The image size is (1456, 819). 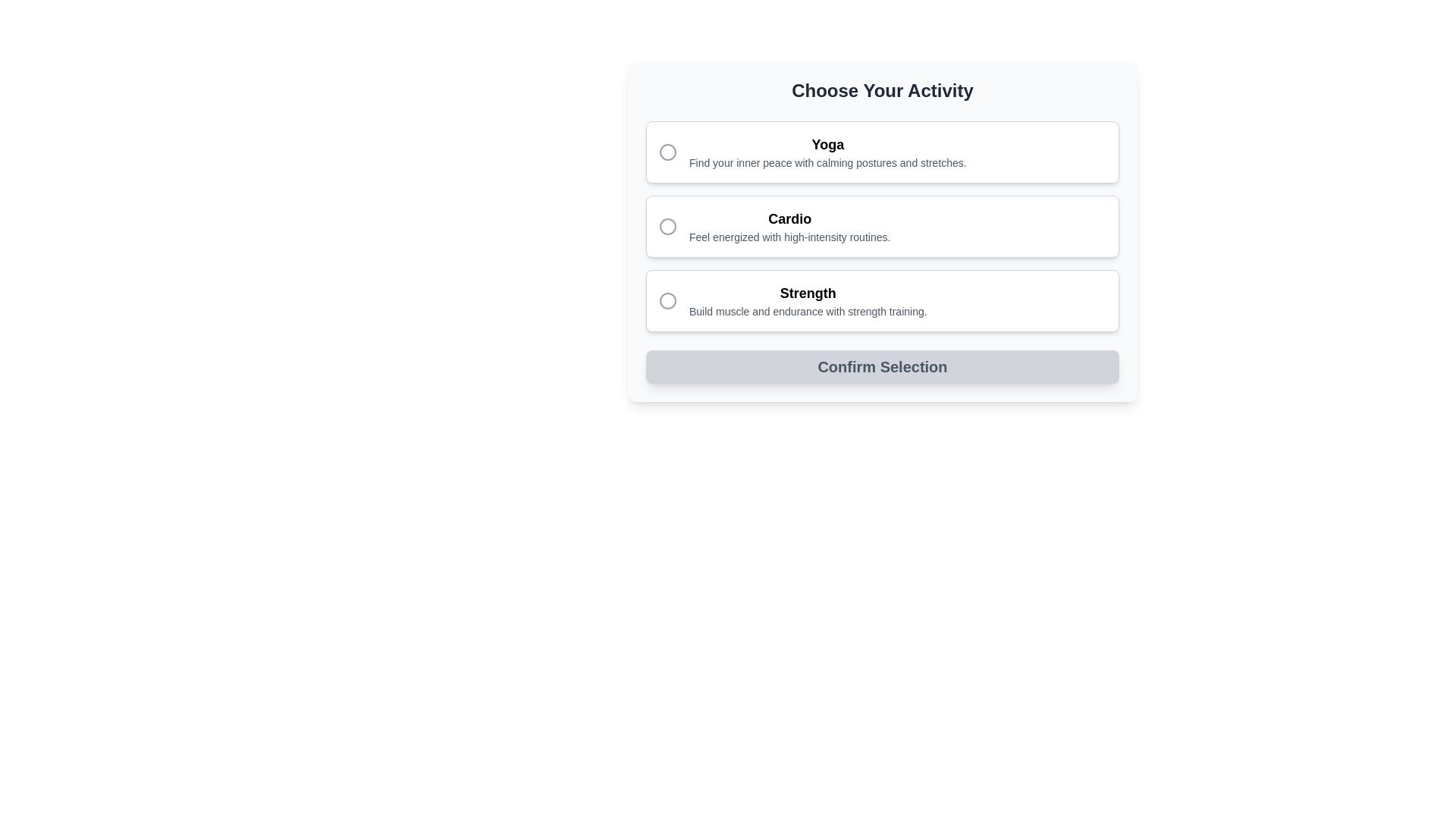 I want to click on the radio button indicator located to the left of the text 'Strength' in the third option of the vertical list for feedback, so click(x=667, y=301).